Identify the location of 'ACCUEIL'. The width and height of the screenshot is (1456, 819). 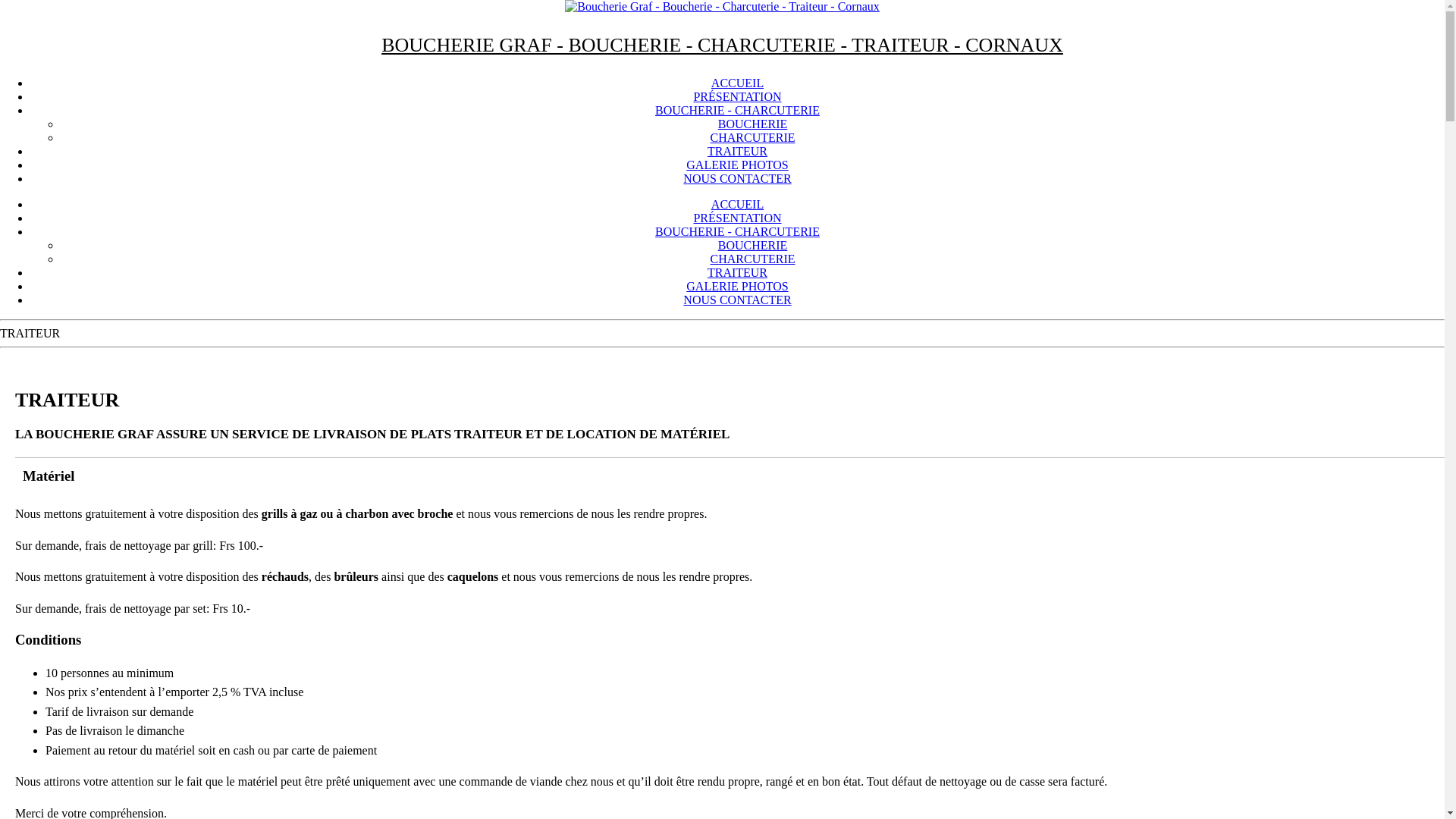
(737, 83).